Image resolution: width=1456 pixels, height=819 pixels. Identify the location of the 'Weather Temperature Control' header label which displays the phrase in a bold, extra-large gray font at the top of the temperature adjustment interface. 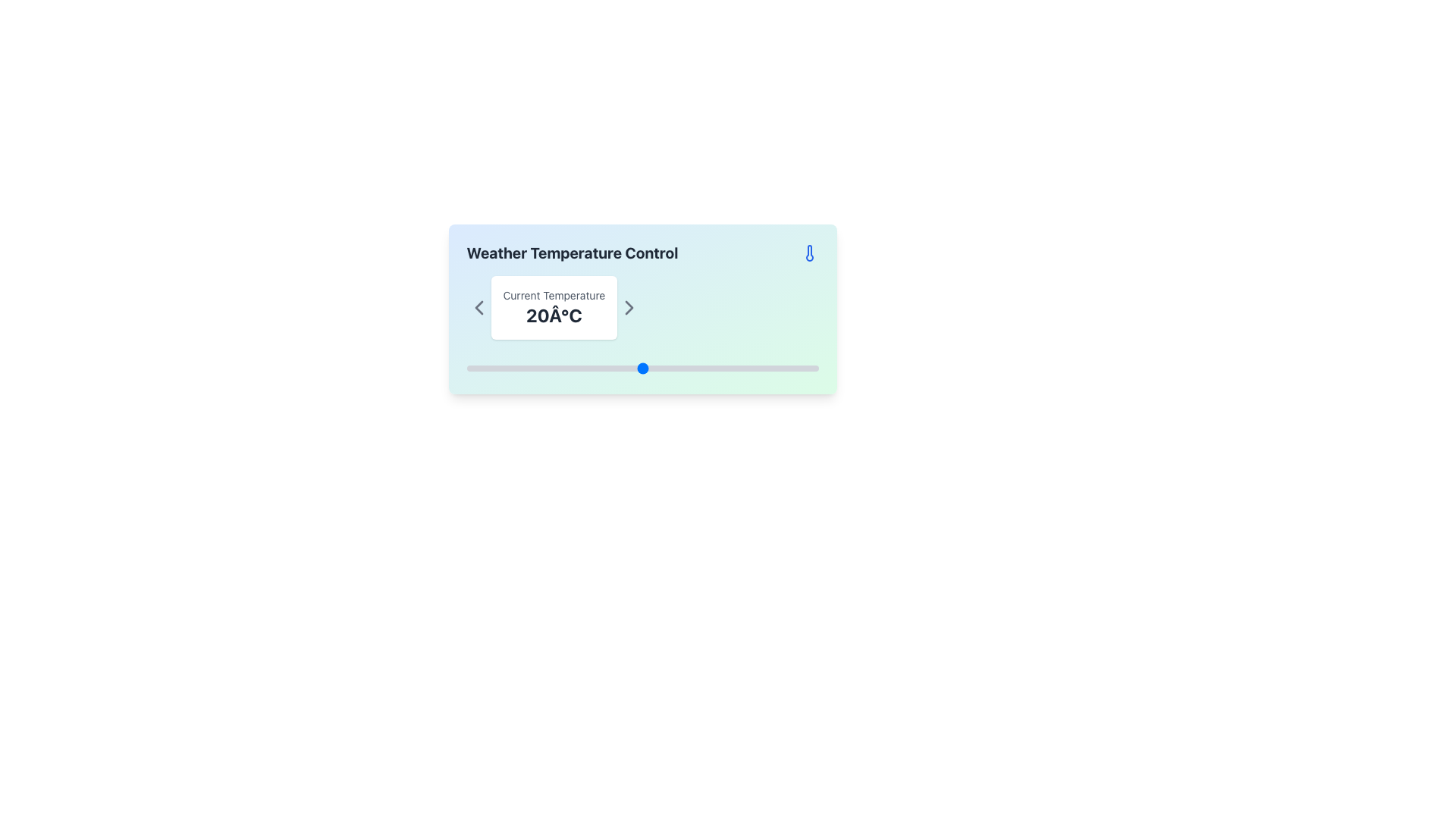
(571, 253).